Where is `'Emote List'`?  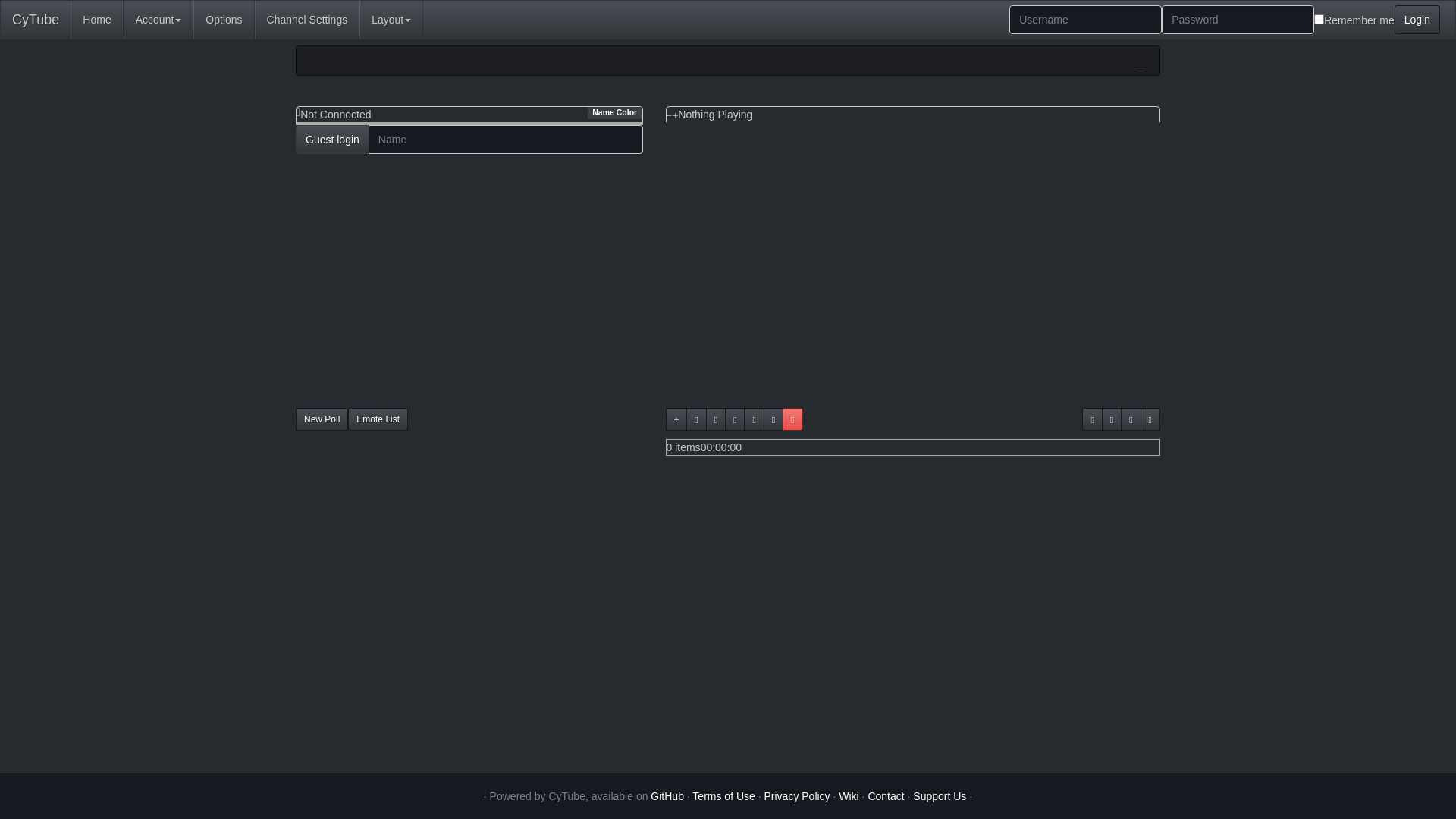
'Emote List' is located at coordinates (347, 419).